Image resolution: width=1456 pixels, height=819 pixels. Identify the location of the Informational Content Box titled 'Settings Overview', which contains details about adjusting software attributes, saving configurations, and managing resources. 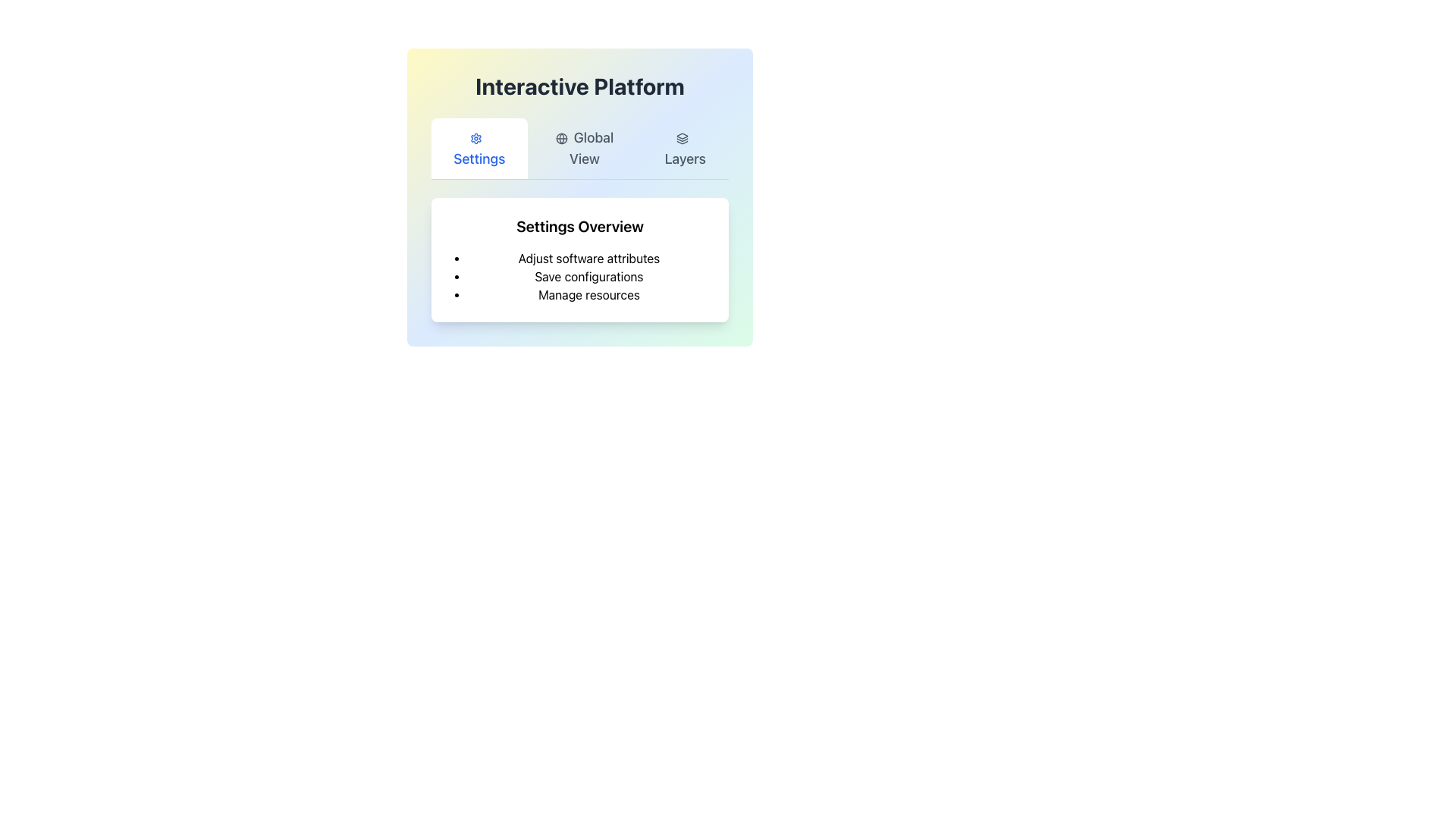
(579, 234).